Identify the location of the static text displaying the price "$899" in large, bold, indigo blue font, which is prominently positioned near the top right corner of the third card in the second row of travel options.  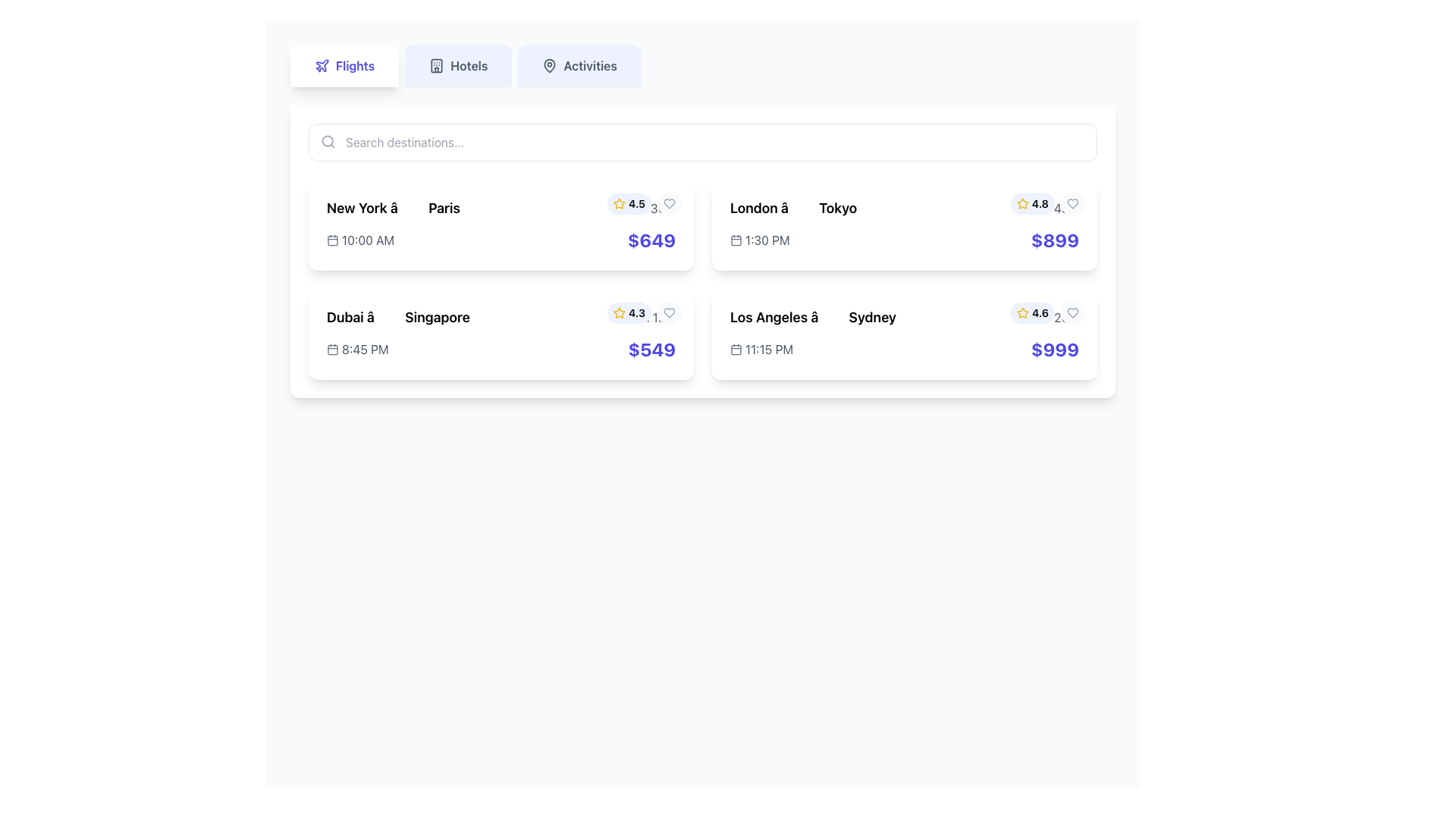
(1054, 239).